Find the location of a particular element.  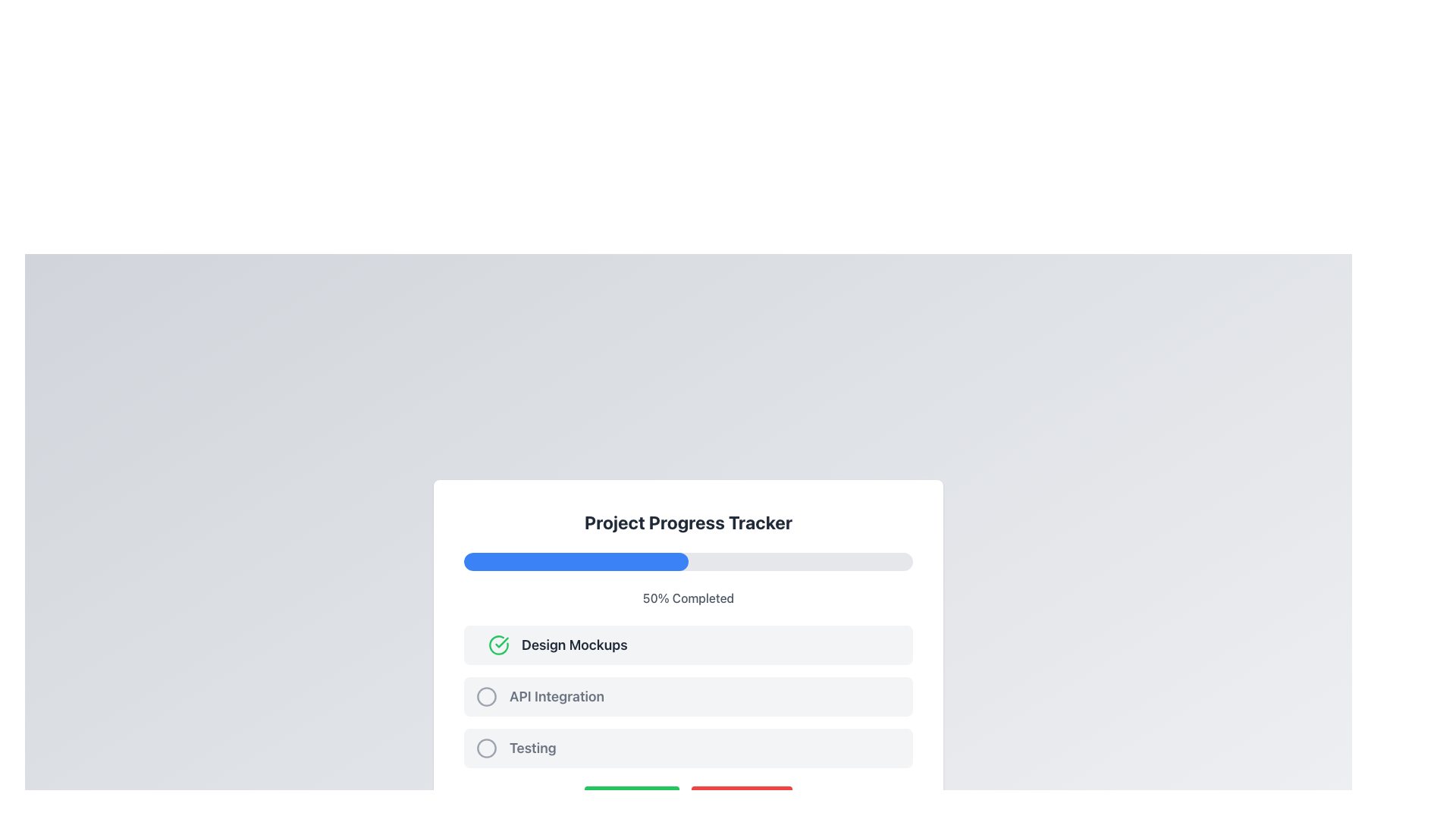

the 'Increase' button which is located on the lower half of the interface, to trigger the visual hover effect is located at coordinates (632, 800).